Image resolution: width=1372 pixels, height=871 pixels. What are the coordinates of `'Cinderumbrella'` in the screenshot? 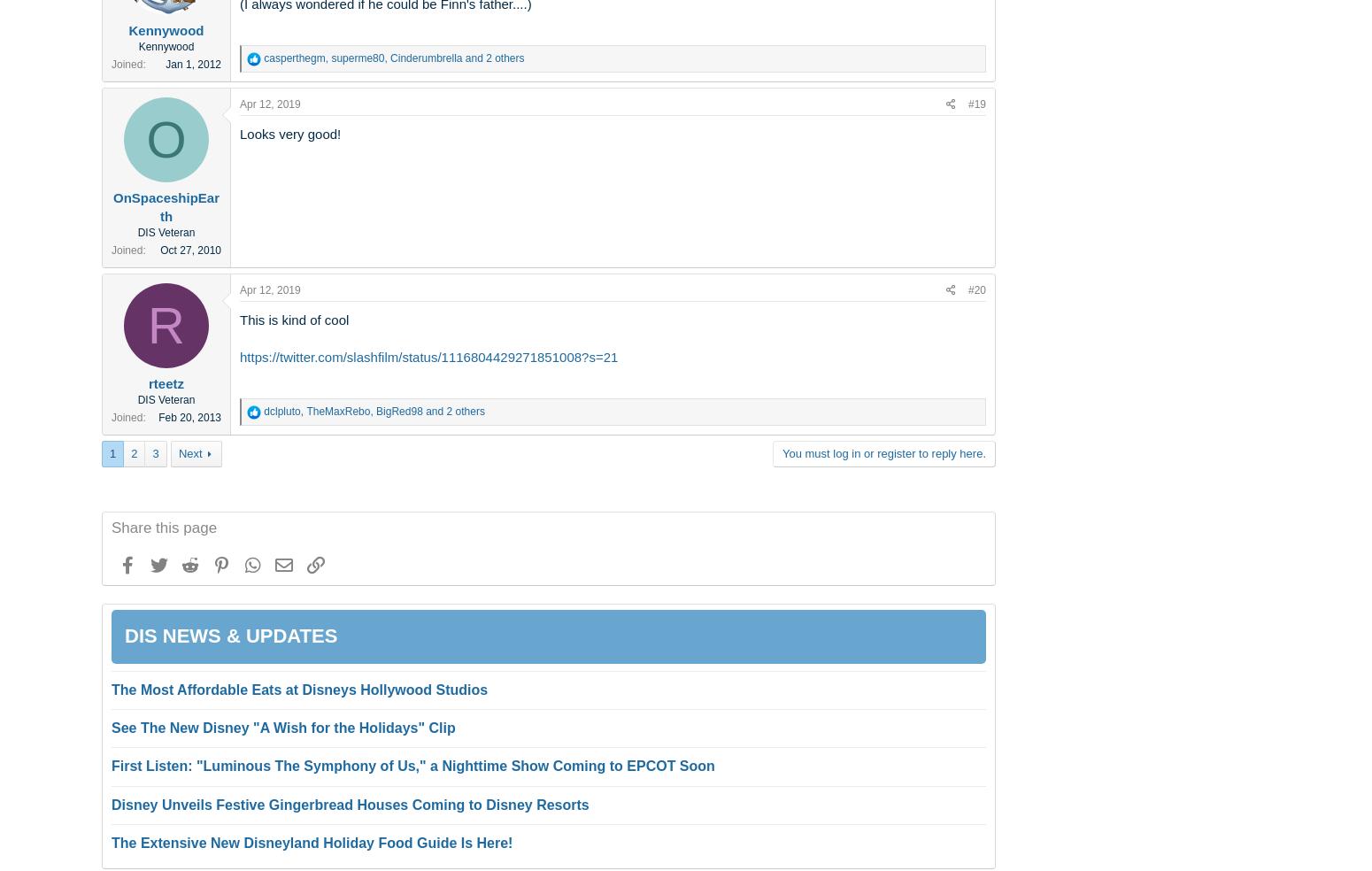 It's located at (389, 57).